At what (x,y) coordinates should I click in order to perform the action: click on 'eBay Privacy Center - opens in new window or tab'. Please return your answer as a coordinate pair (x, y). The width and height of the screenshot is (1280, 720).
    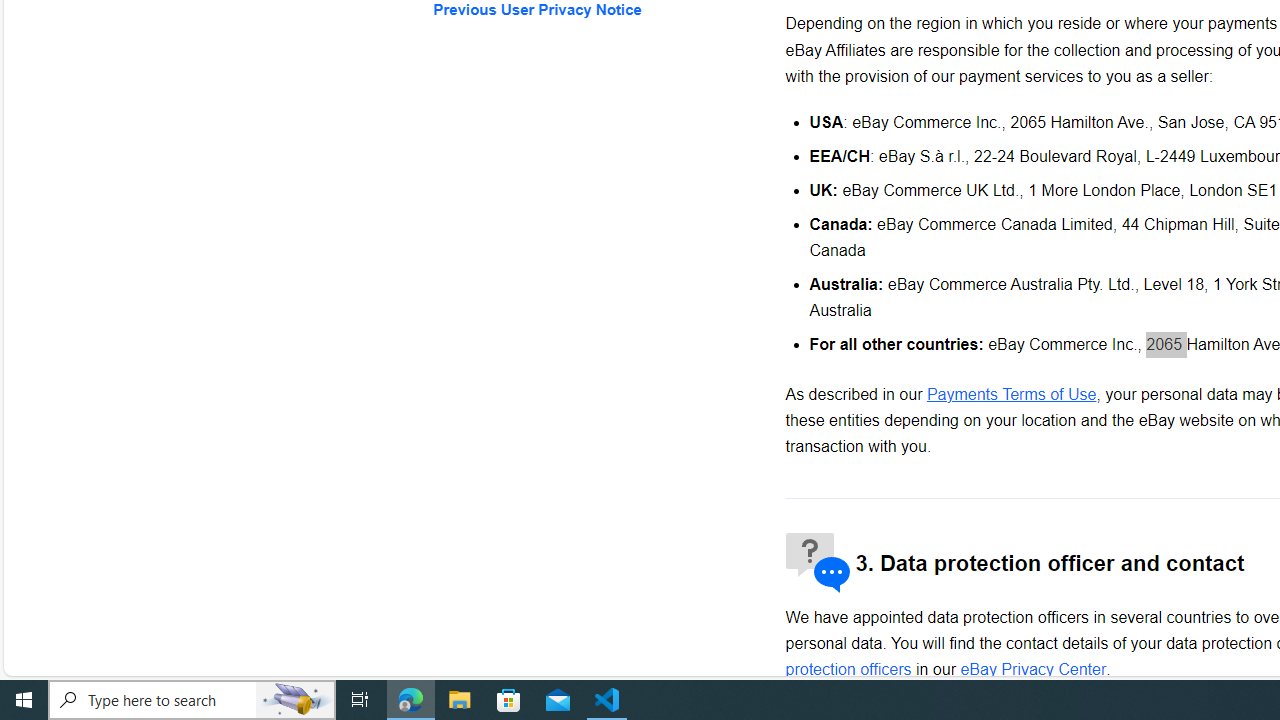
    Looking at the image, I should click on (1033, 669).